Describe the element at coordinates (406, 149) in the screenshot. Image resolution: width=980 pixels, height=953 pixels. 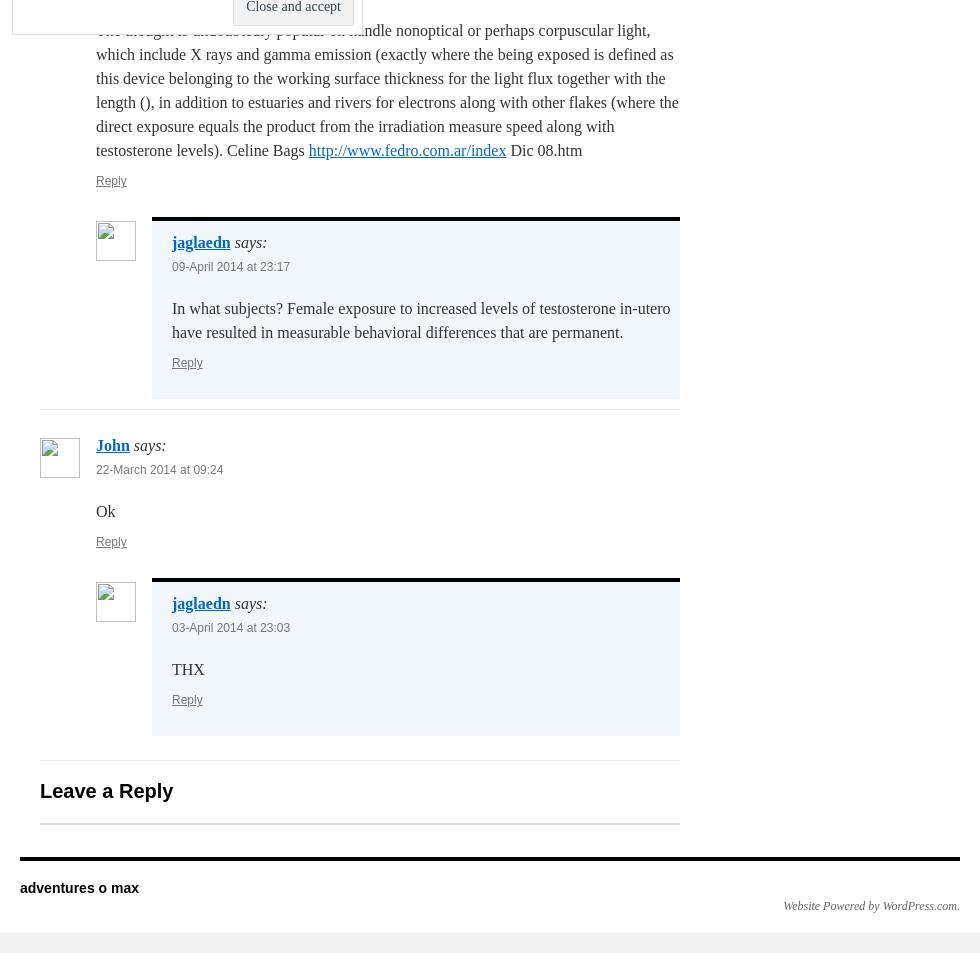
I see `'http://www.fedro.com.ar/index'` at that location.